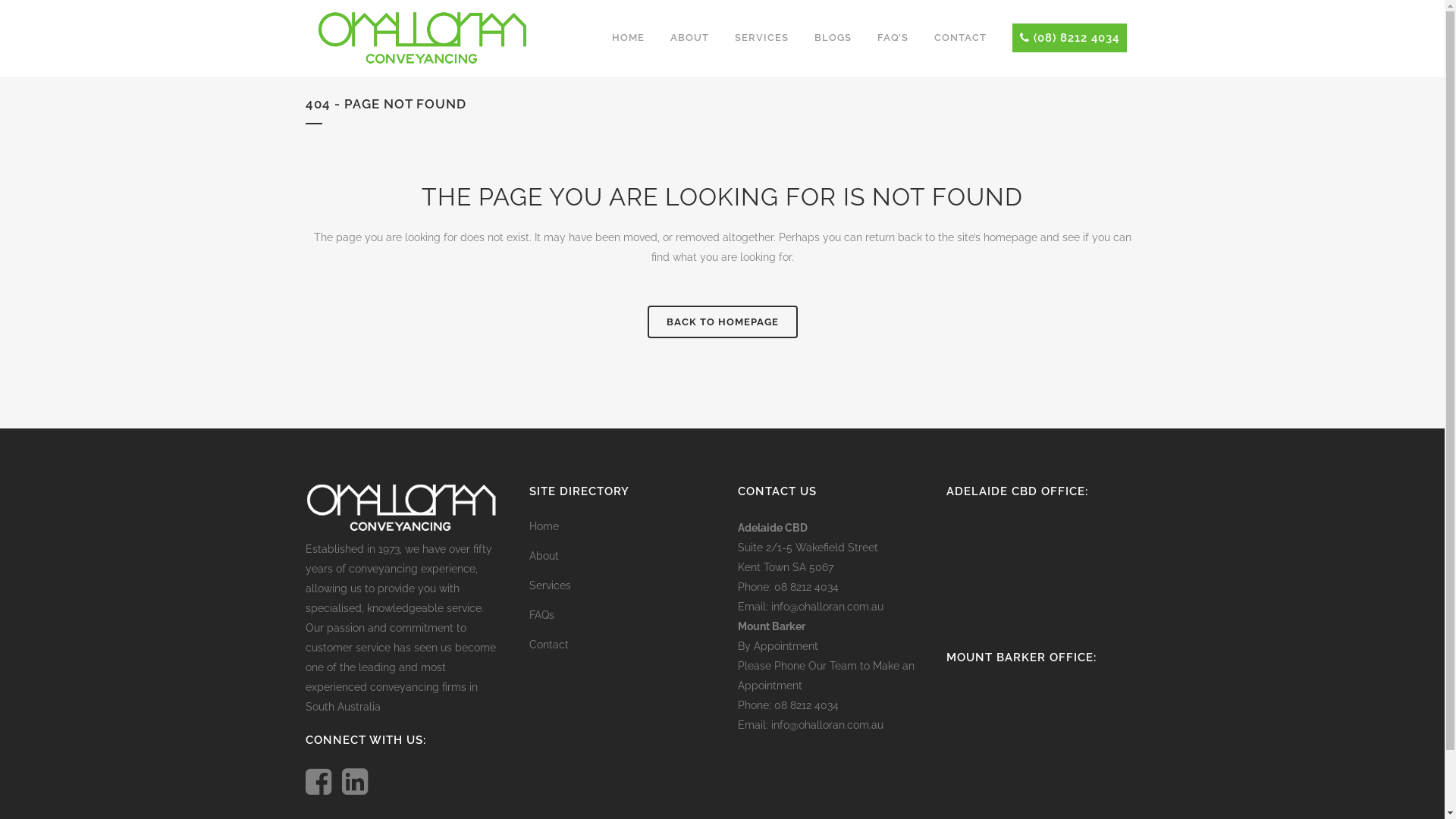 Image resolution: width=1456 pixels, height=819 pixels. What do you see at coordinates (806, 557) in the screenshot?
I see `'Suite 2/1-5 Wakefield Street` at bounding box center [806, 557].